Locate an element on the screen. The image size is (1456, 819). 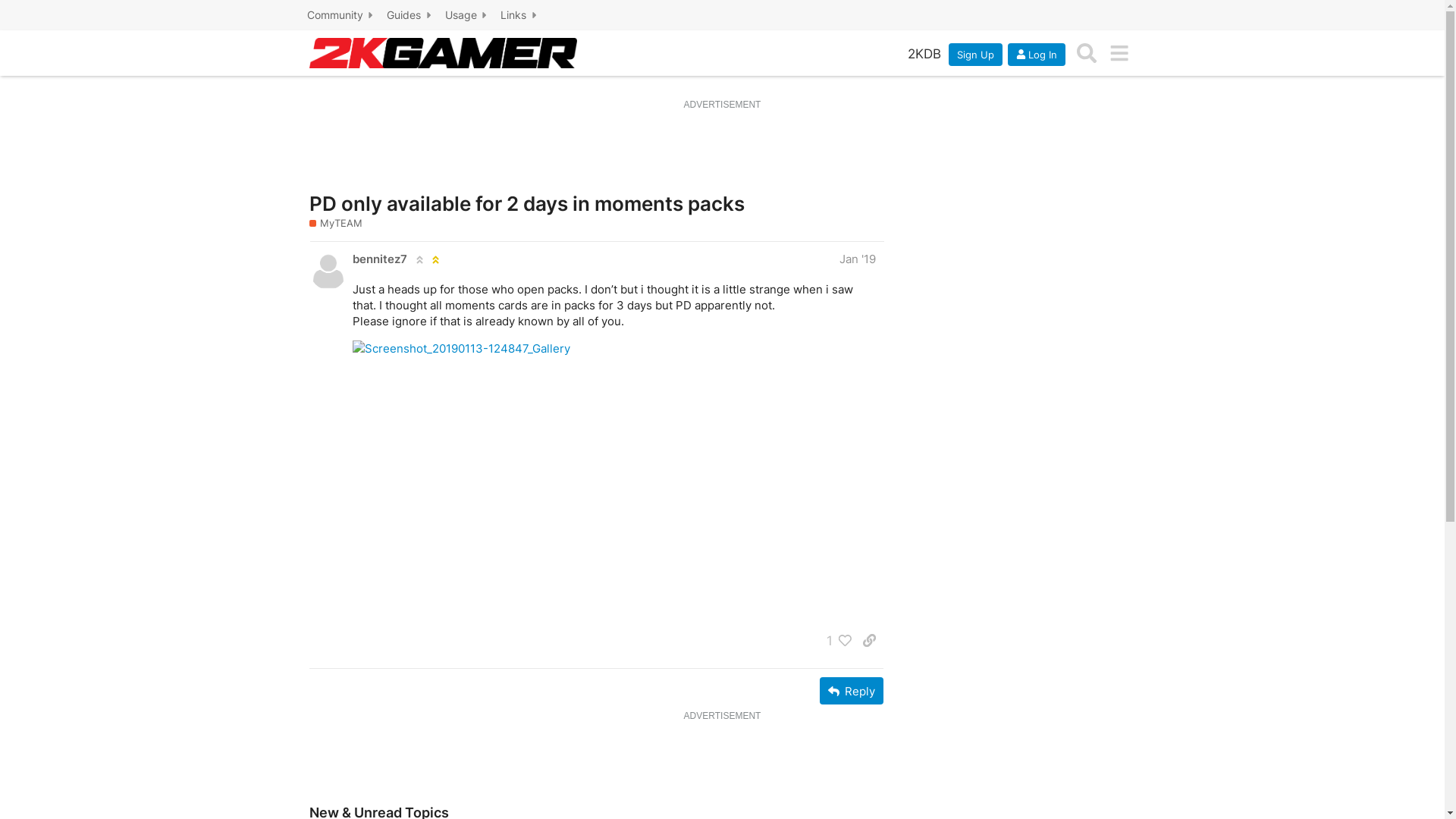
'Active member for a year, posted at least once' is located at coordinates (419, 258).